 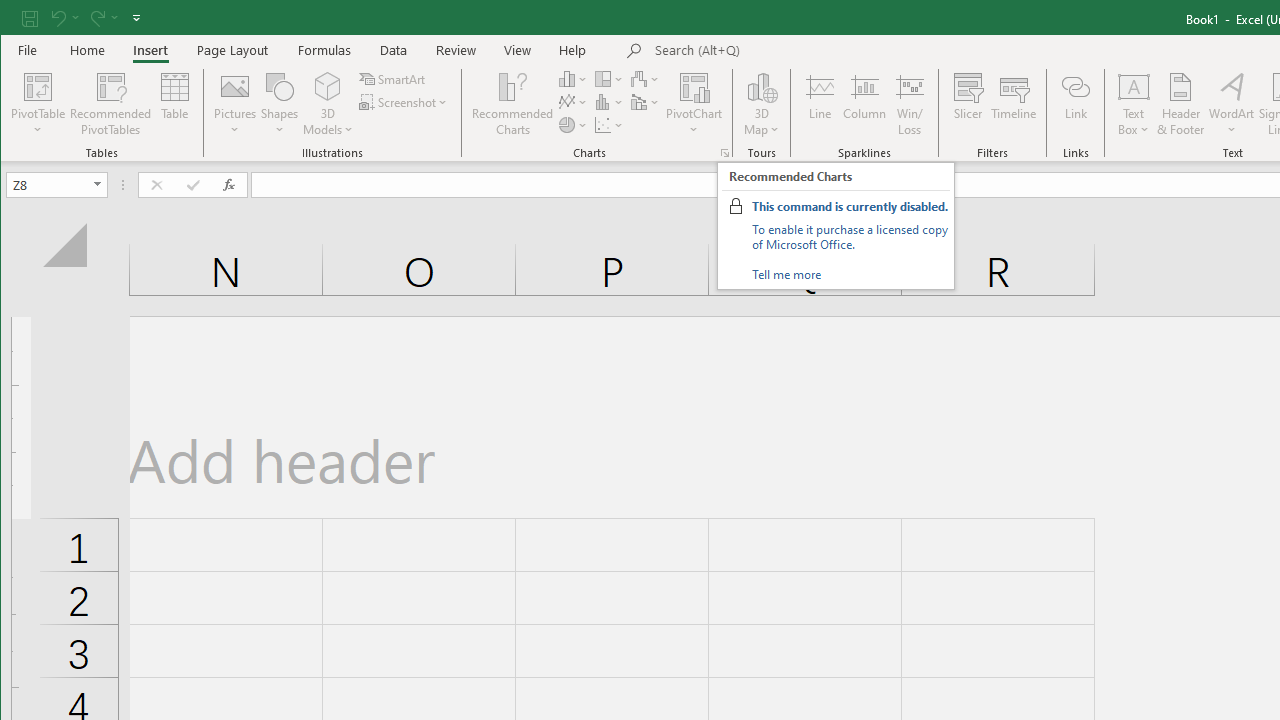 What do you see at coordinates (608, 78) in the screenshot?
I see `'Insert Hierarchy Chart'` at bounding box center [608, 78].